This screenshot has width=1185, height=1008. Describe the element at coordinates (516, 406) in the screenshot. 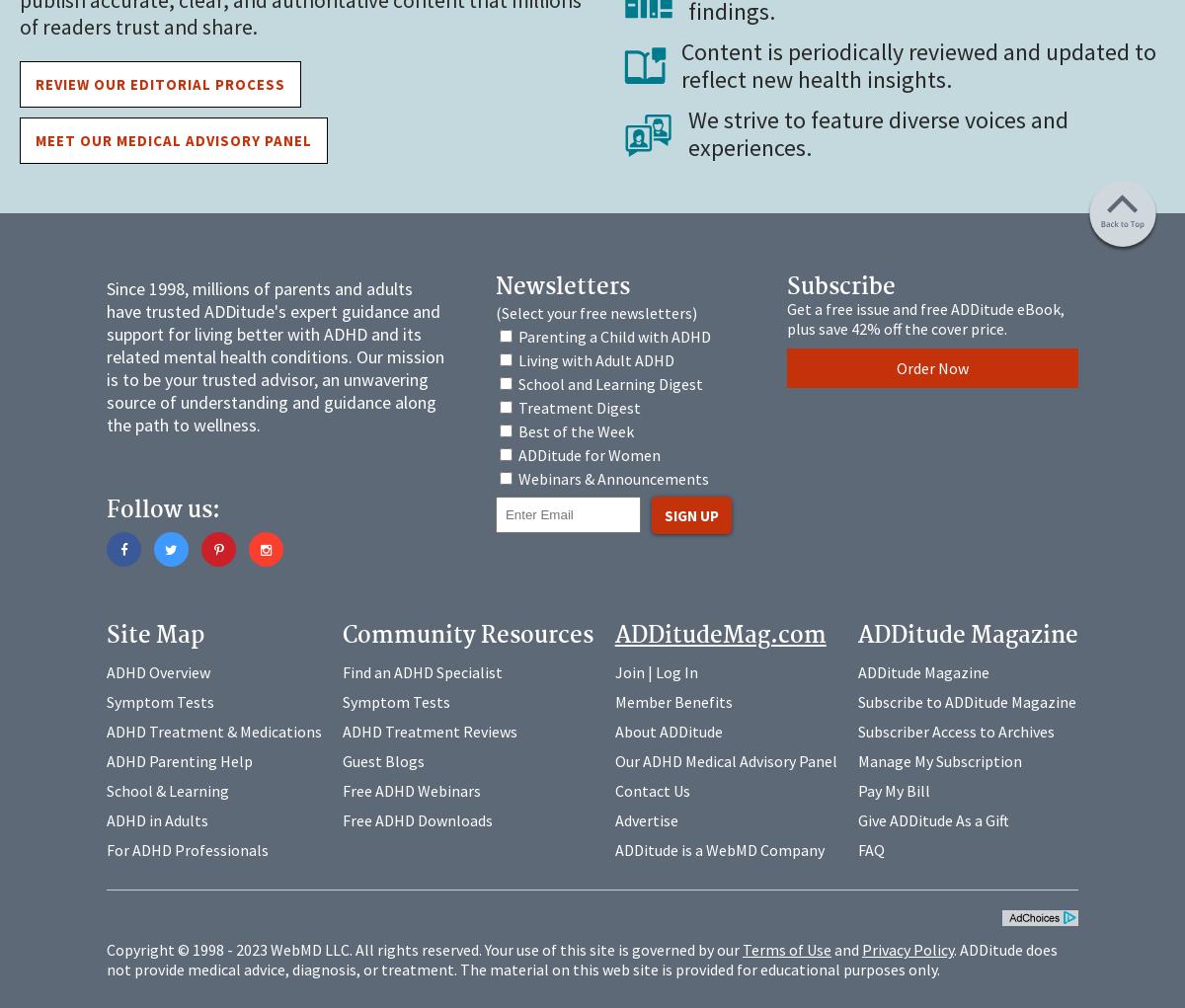

I see `'Treatment Digest'` at that location.